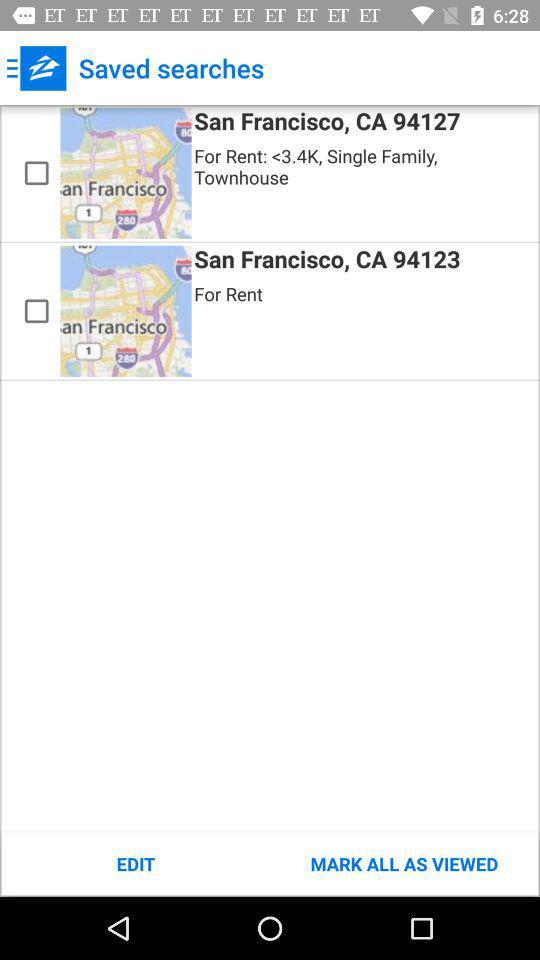 The width and height of the screenshot is (540, 960). What do you see at coordinates (404, 863) in the screenshot?
I see `the mark all as item` at bounding box center [404, 863].